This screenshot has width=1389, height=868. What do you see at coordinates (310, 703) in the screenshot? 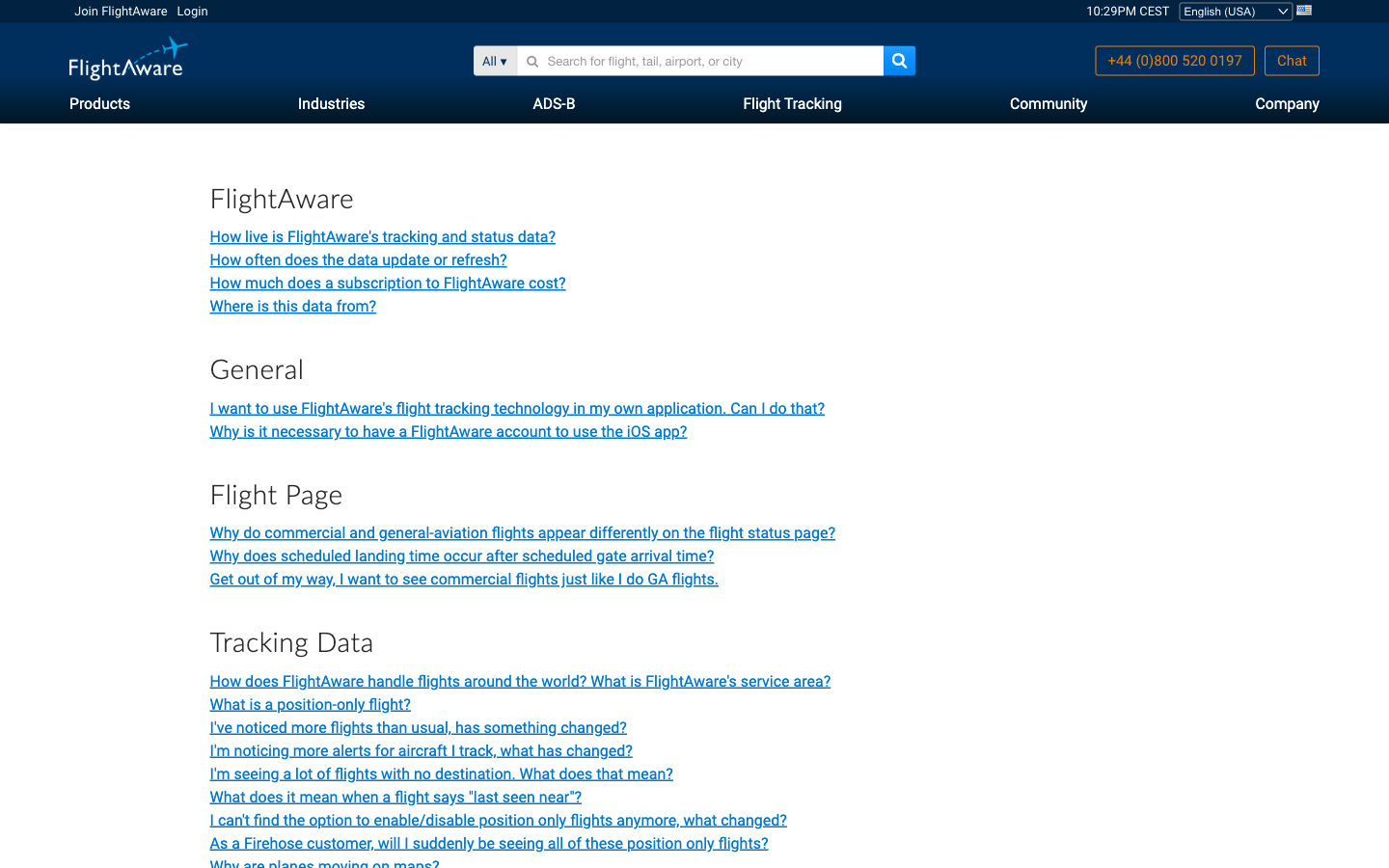
I see `Check what is a position-only flight` at bounding box center [310, 703].